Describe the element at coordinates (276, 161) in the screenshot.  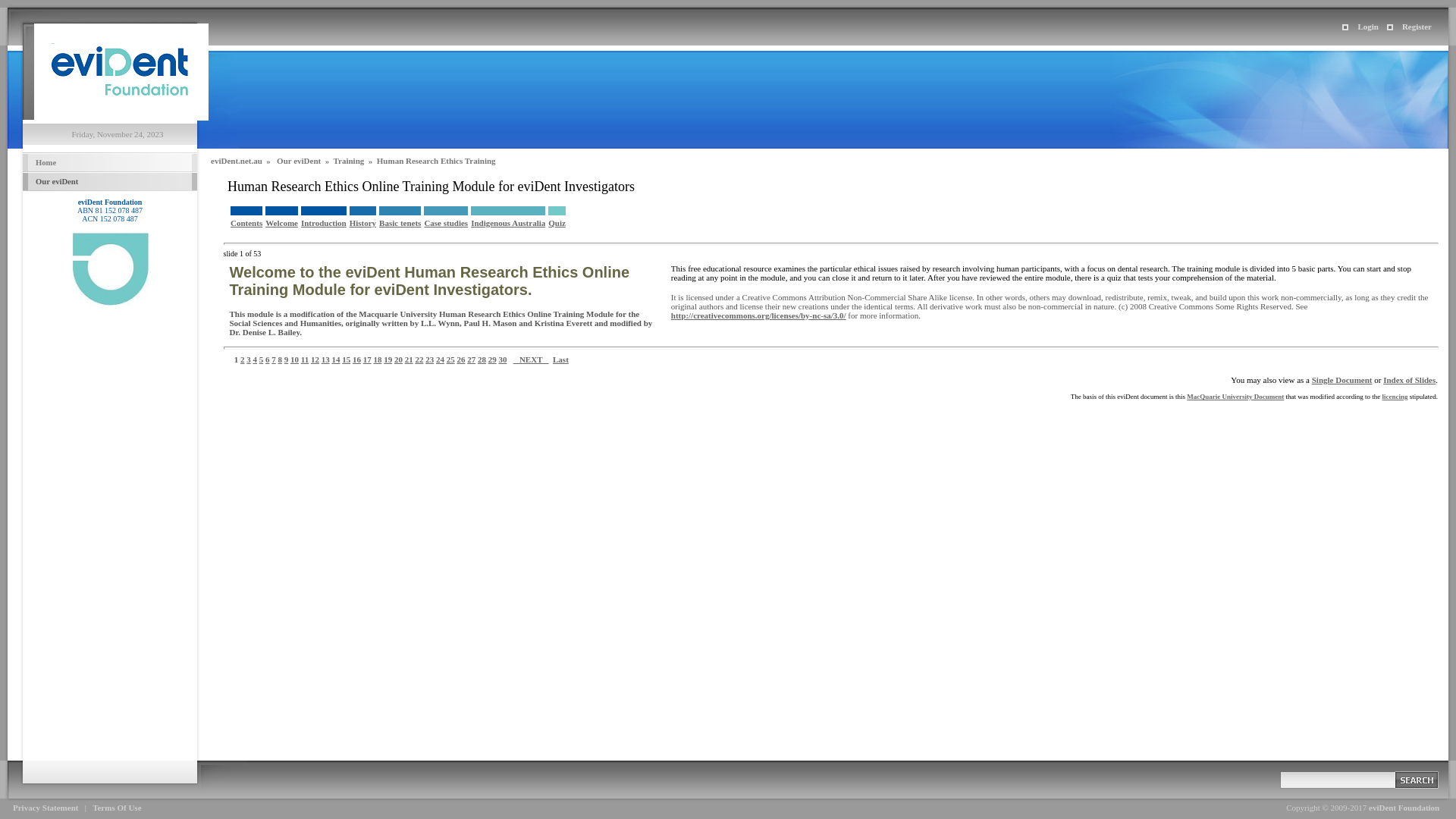
I see `'Our eviDent'` at that location.